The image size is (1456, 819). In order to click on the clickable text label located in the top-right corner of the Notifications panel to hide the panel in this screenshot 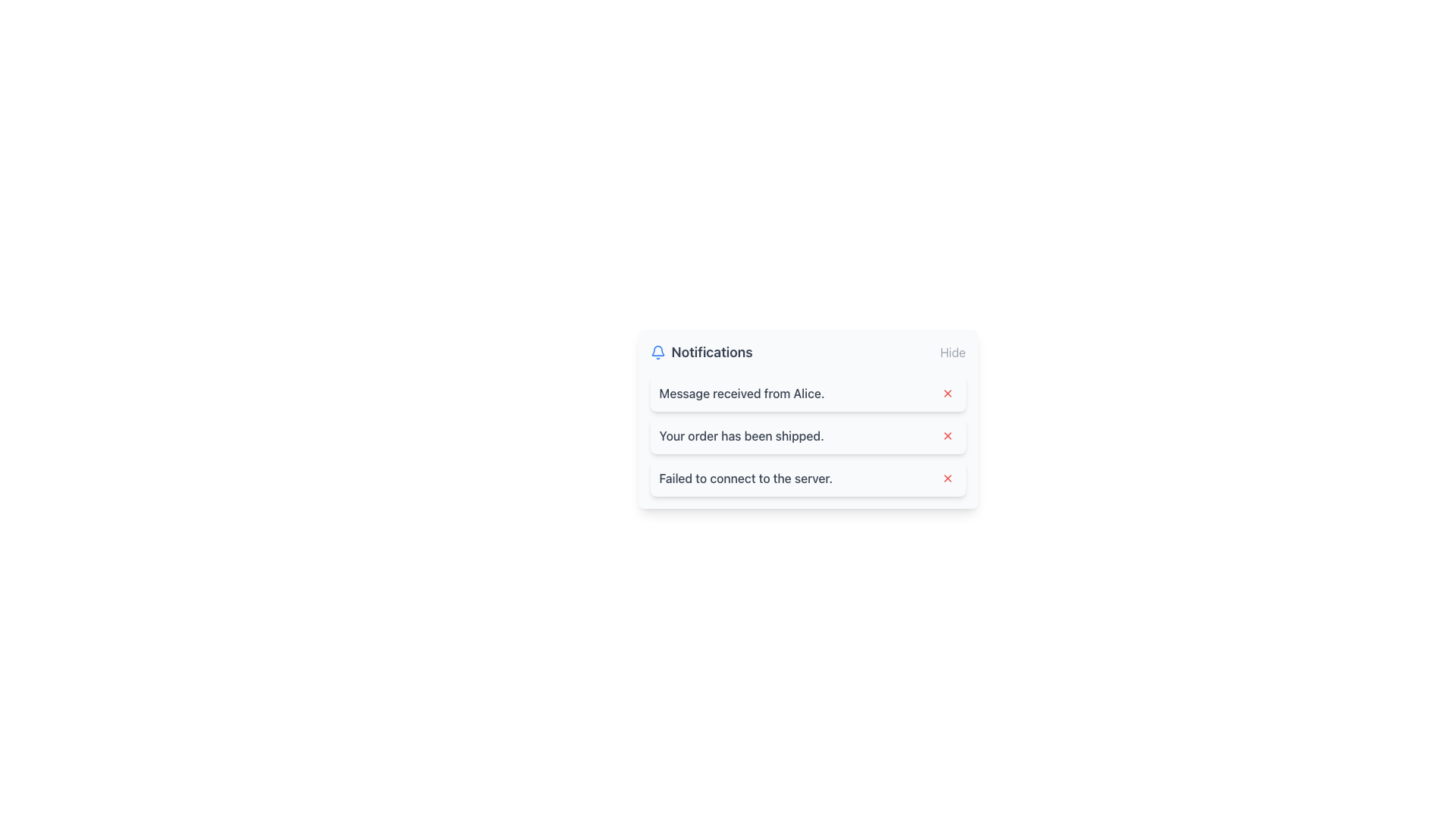, I will do `click(952, 353)`.